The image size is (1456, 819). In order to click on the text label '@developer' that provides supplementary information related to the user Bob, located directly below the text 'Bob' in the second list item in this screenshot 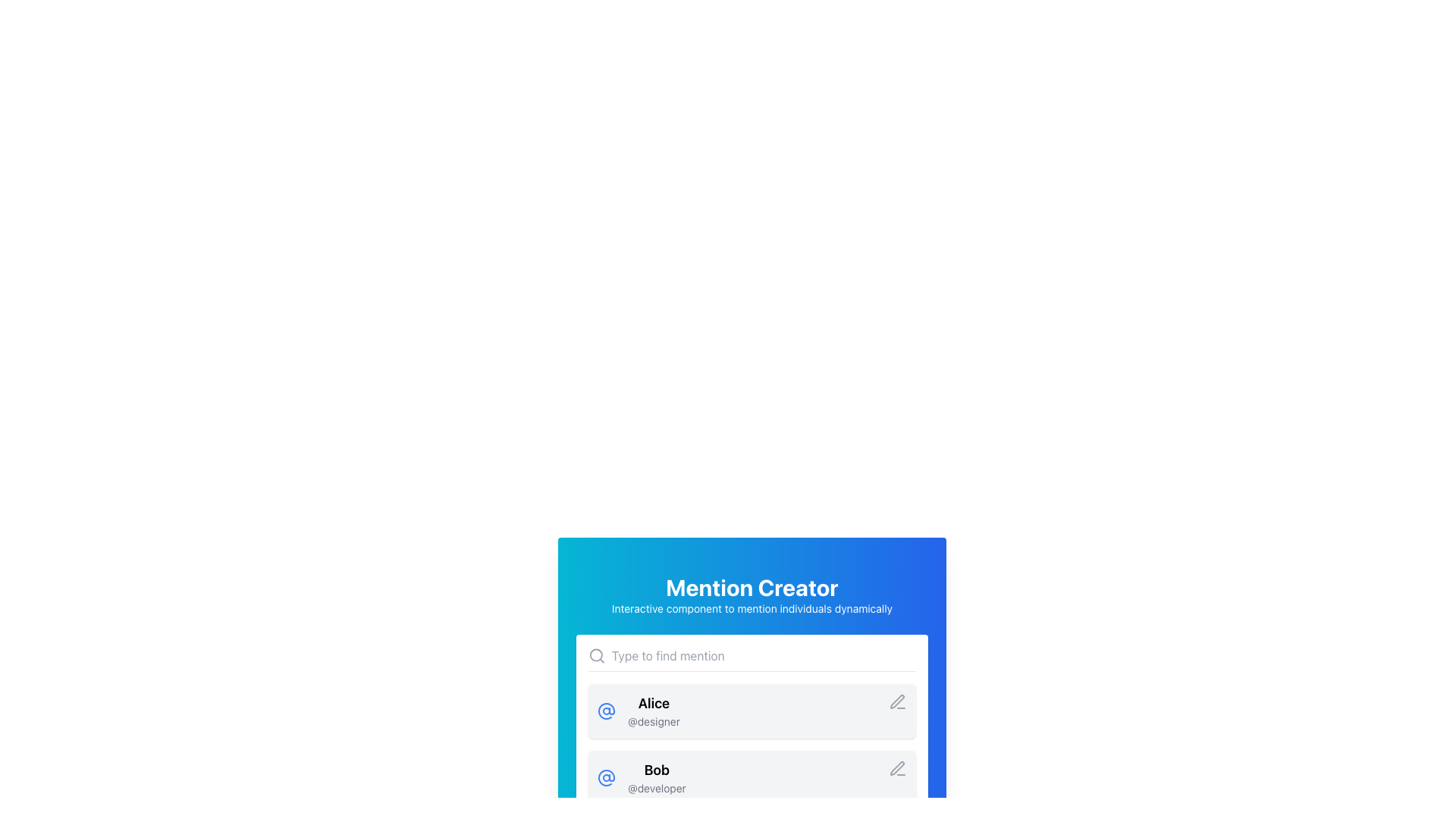, I will do `click(657, 788)`.